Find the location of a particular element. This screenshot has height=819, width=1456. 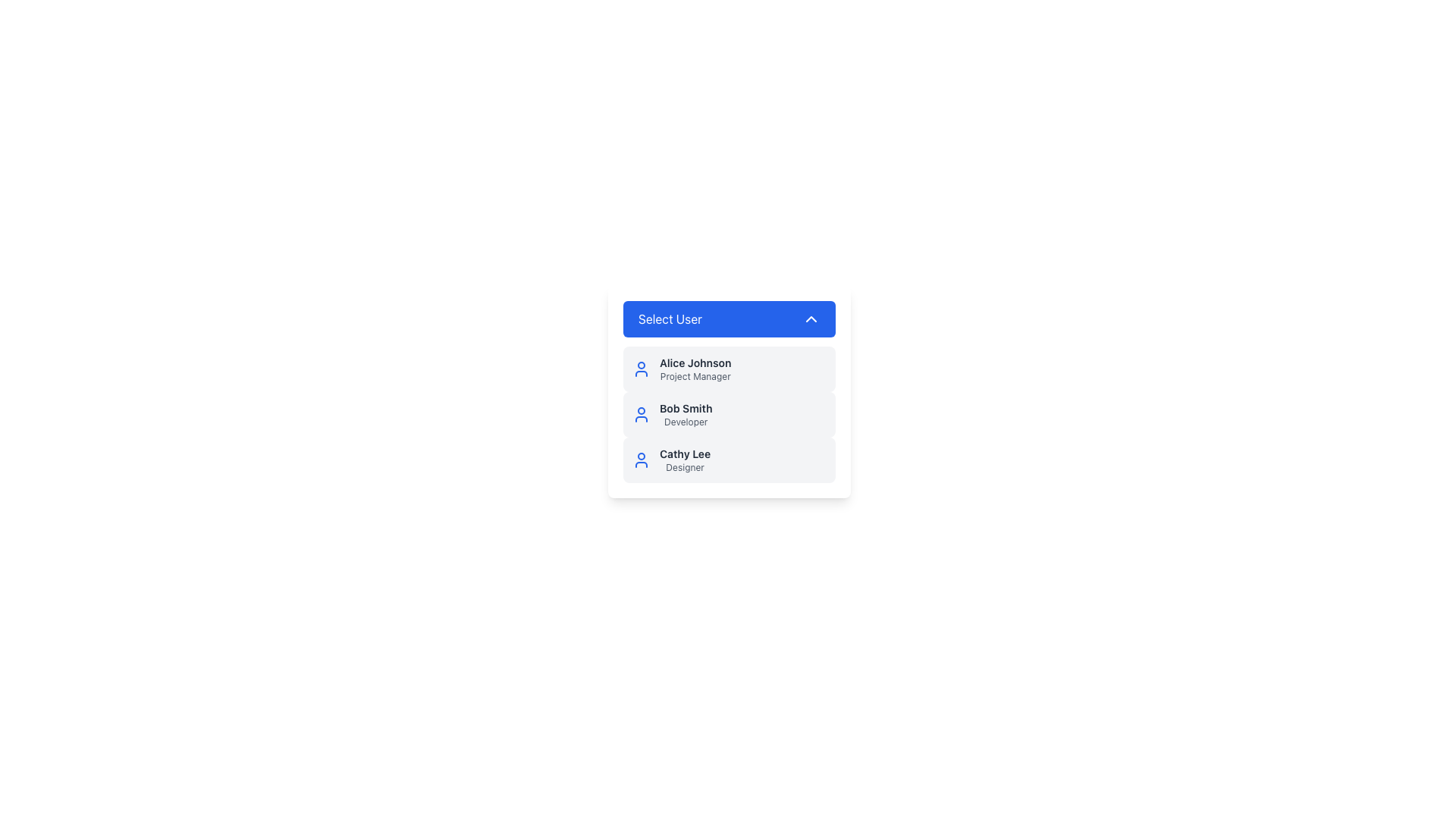

the text label indicating the job title 'Designer' associated with user 'Cathy Lee', which is positioned directly below her name in the user card list is located at coordinates (684, 467).